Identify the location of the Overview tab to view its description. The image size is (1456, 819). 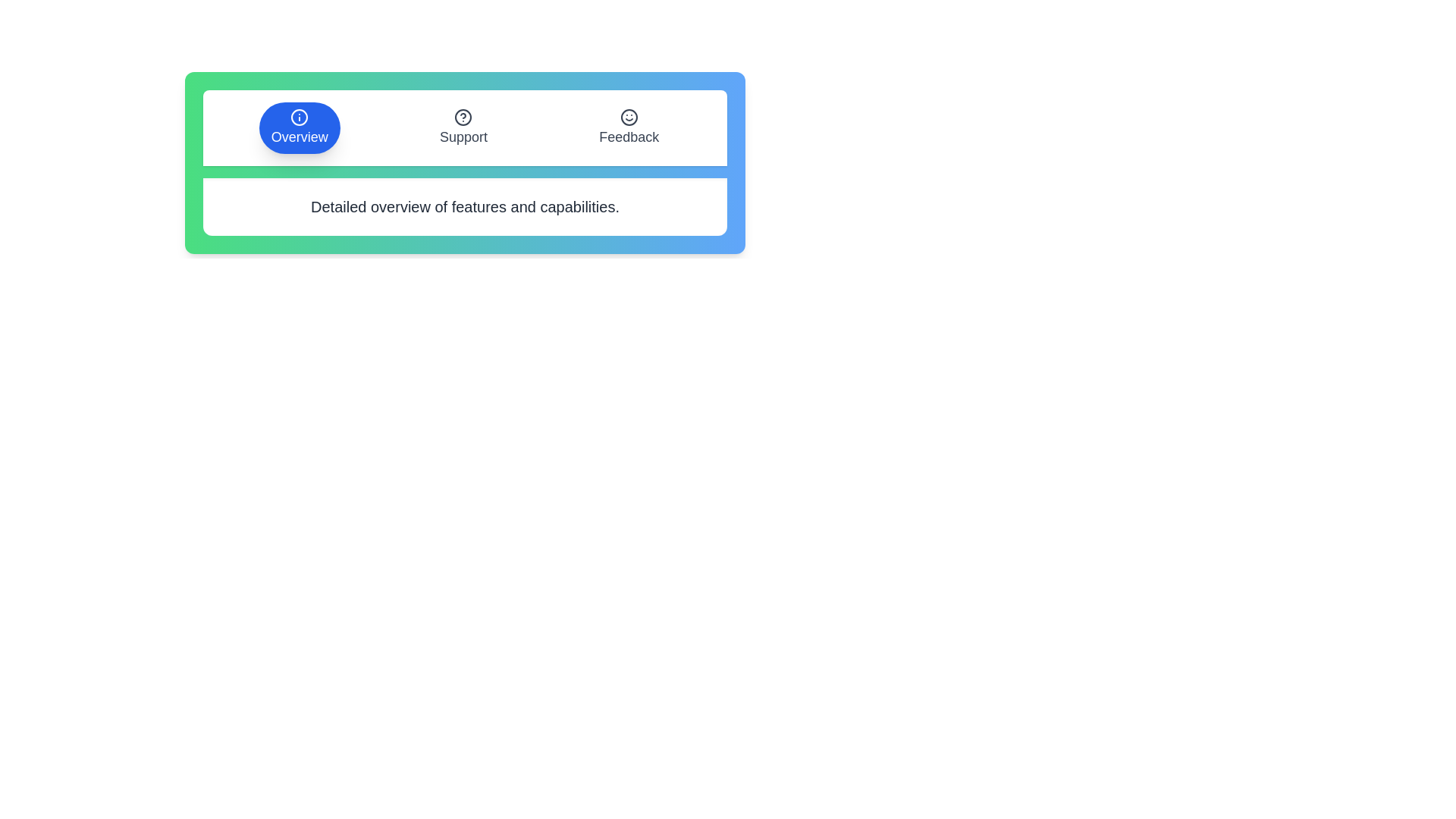
(299, 127).